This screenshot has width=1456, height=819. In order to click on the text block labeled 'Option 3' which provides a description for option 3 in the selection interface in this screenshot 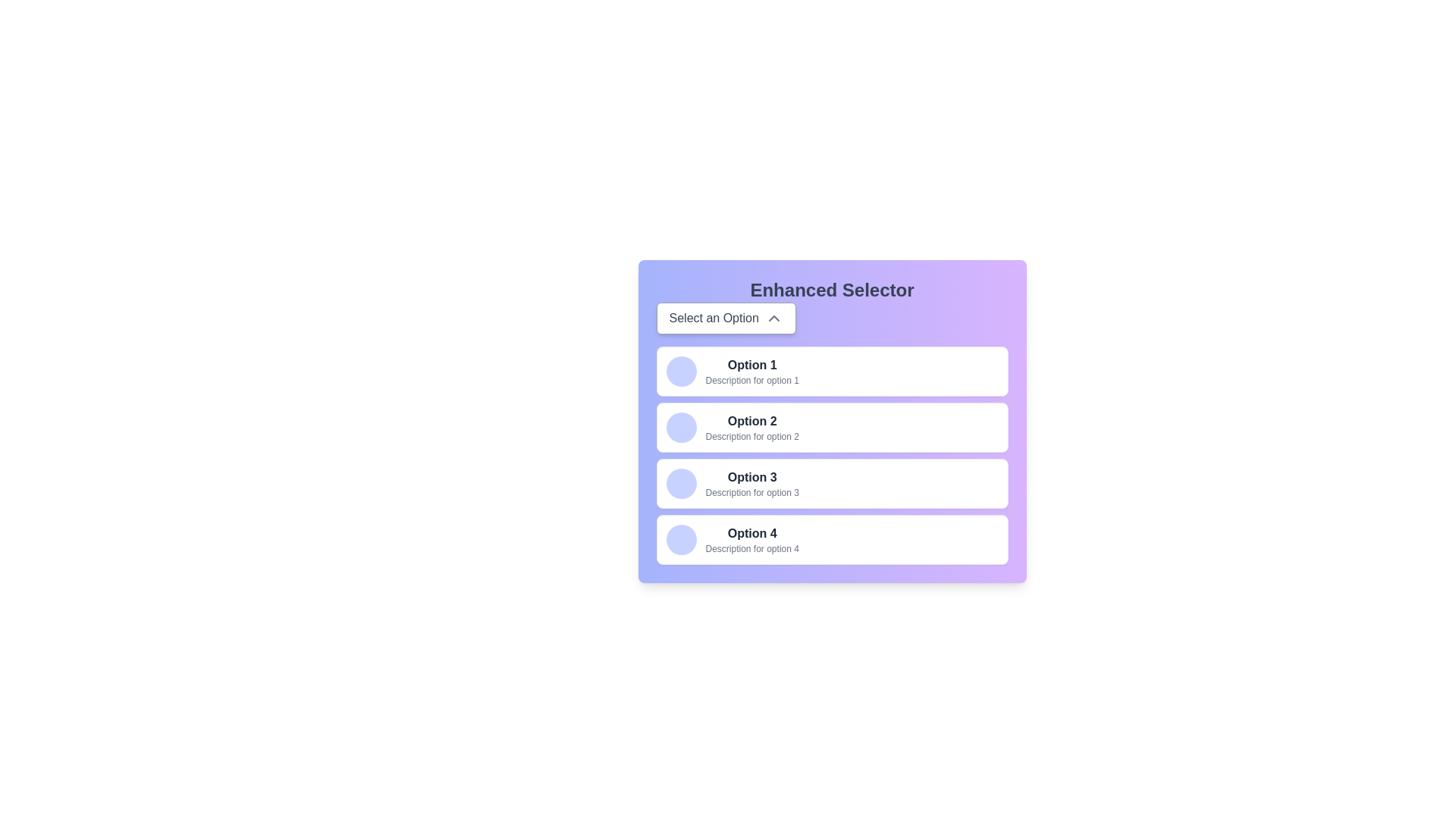, I will do `click(752, 483)`.